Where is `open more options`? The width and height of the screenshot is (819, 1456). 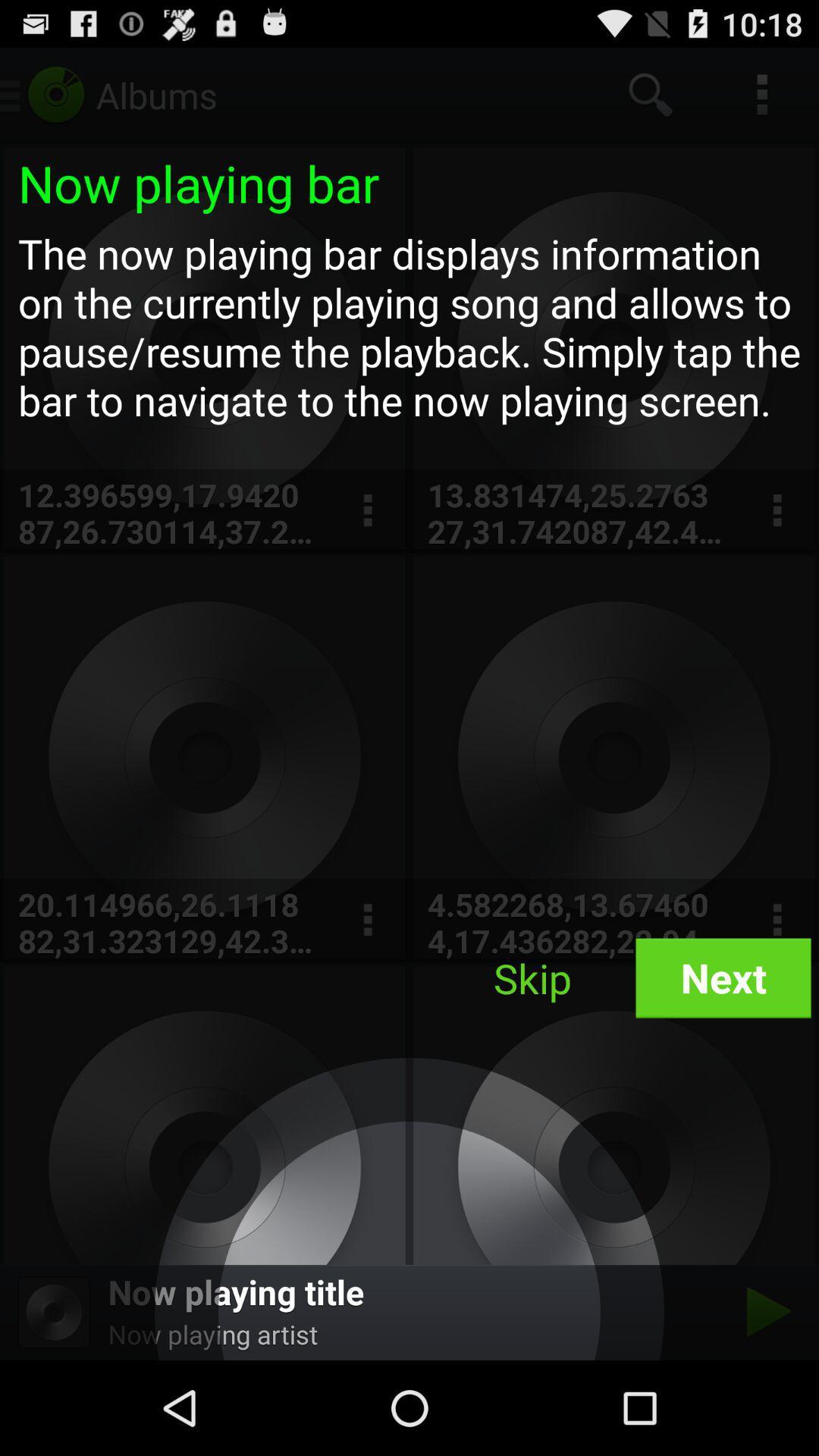
open more options is located at coordinates (367, 510).